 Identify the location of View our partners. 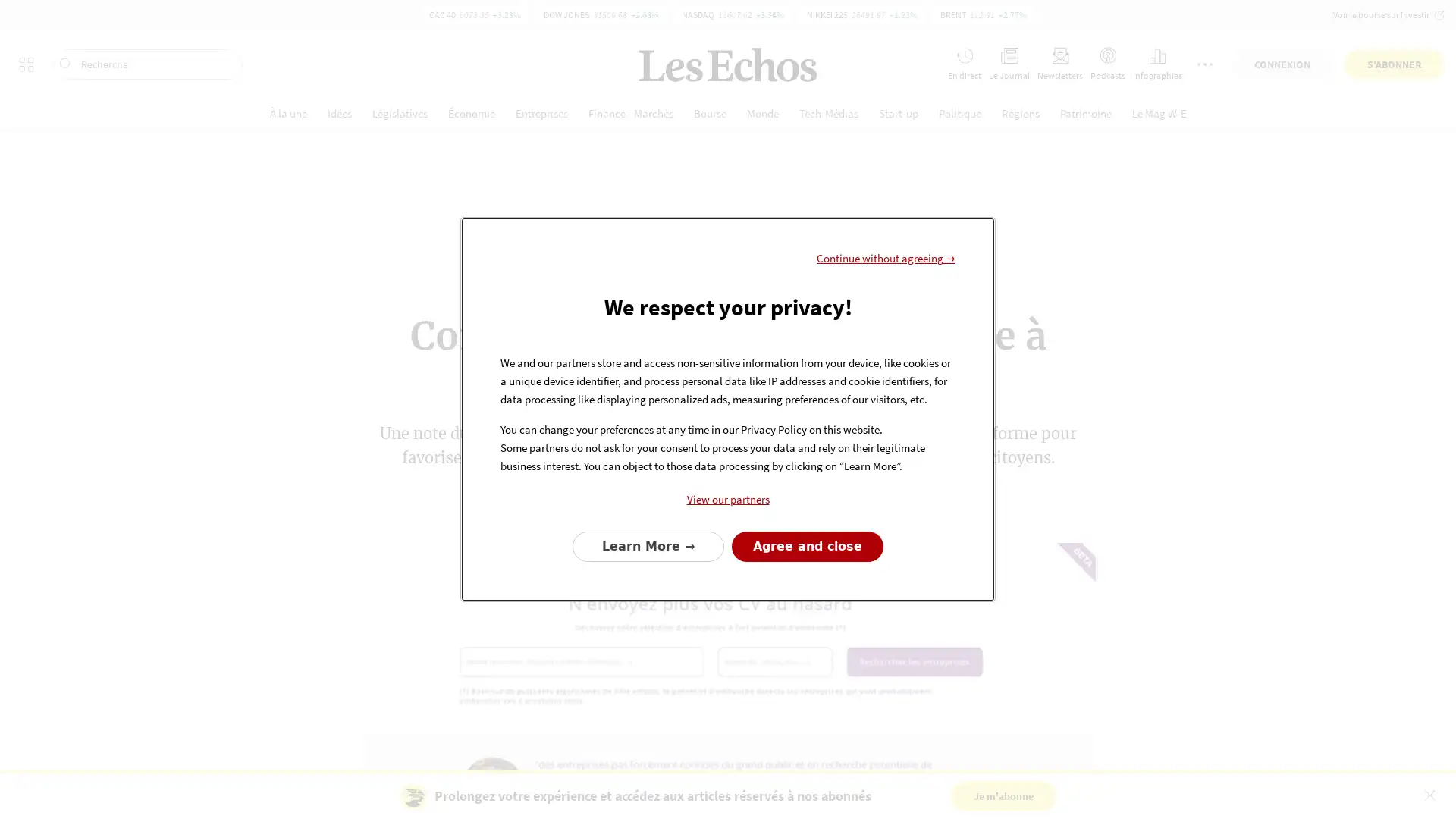
(728, 499).